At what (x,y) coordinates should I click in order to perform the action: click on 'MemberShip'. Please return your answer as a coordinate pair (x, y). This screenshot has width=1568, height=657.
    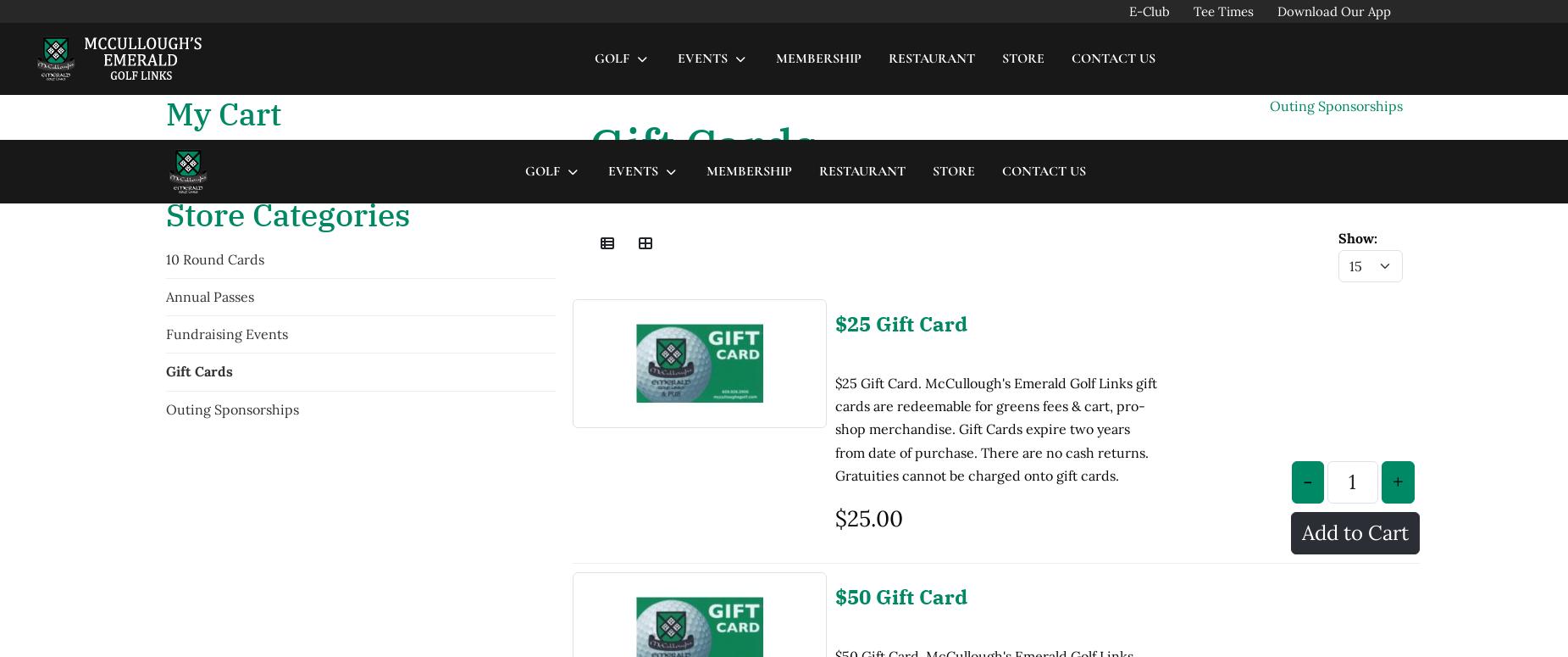
    Looking at the image, I should click on (748, 31).